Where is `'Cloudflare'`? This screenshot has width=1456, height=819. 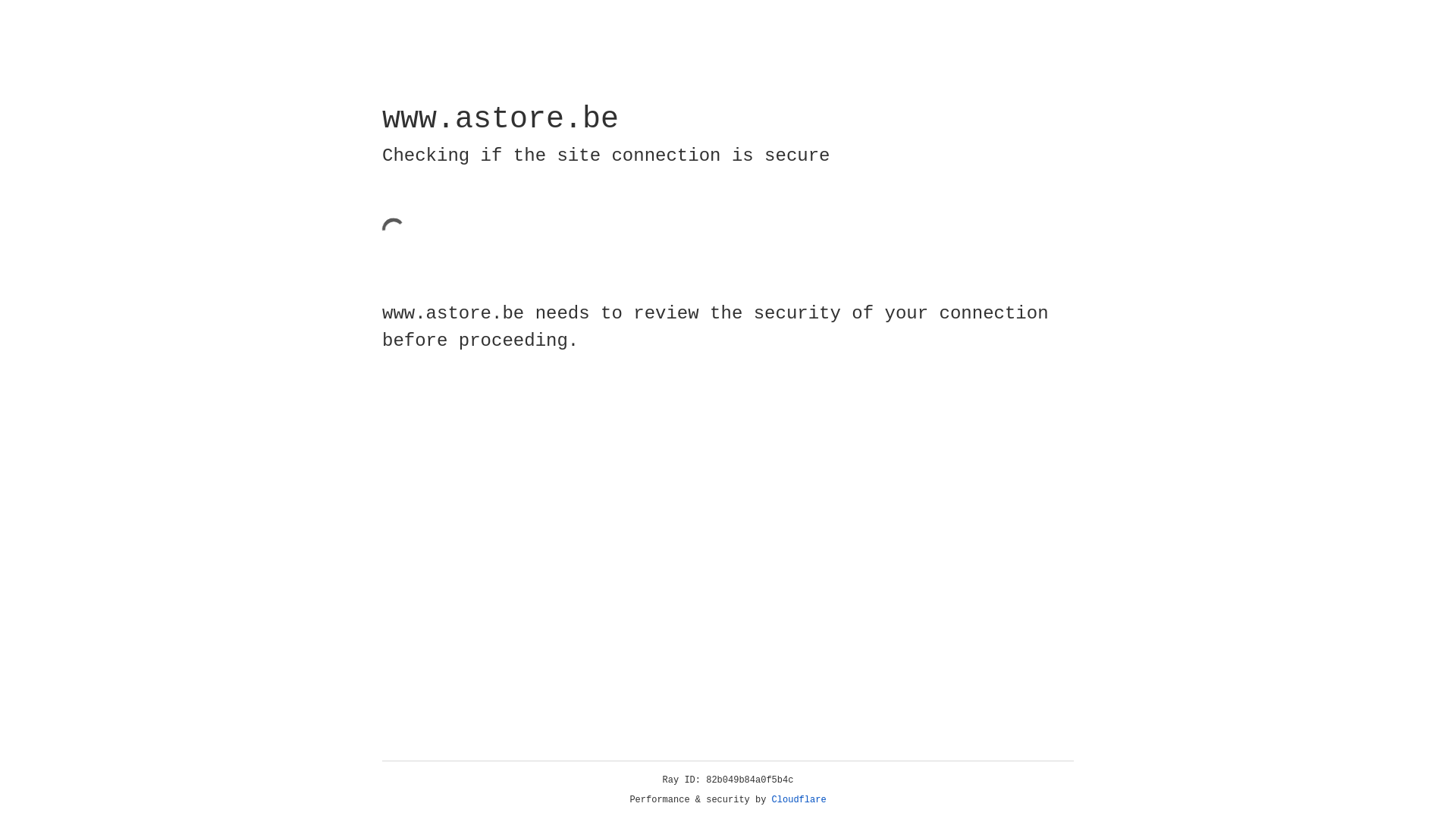
'Cloudflare' is located at coordinates (771, 799).